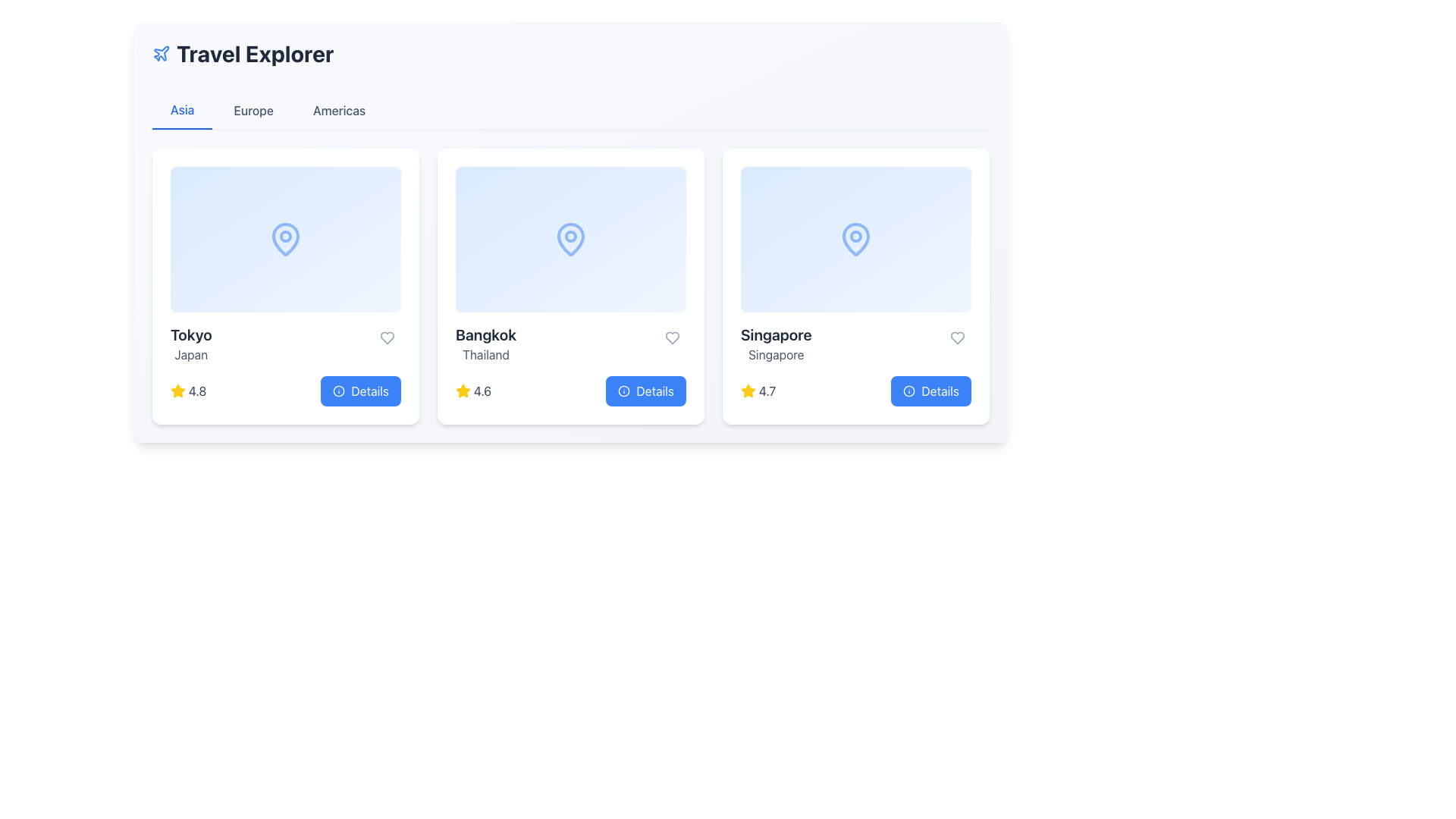  Describe the element at coordinates (748, 391) in the screenshot. I see `the star icon representing the rating attribute in the third card labeled 'Singapore', located to the left of the numeric rating value '4.7'` at that location.